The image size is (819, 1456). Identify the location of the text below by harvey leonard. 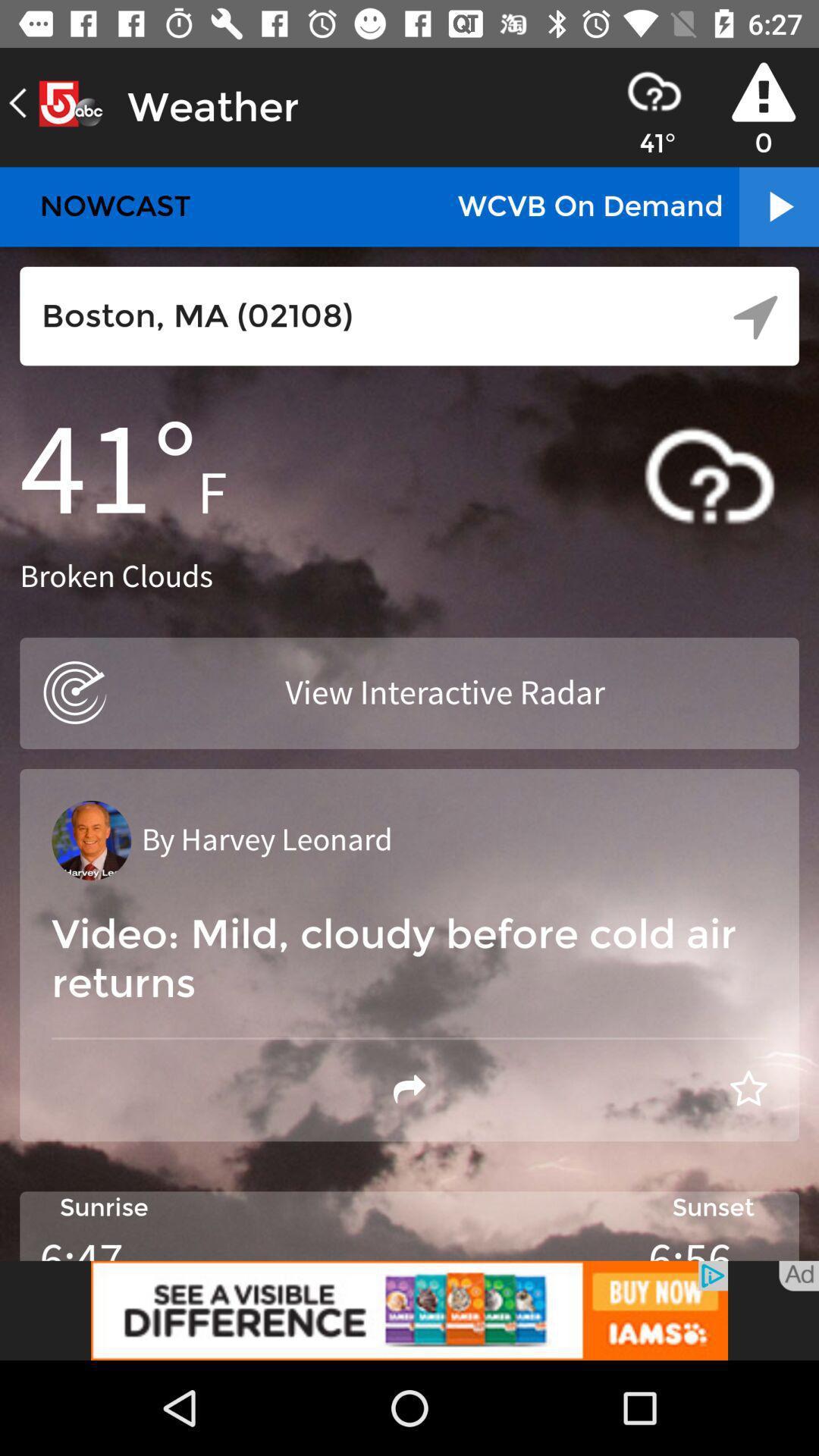
(409, 958).